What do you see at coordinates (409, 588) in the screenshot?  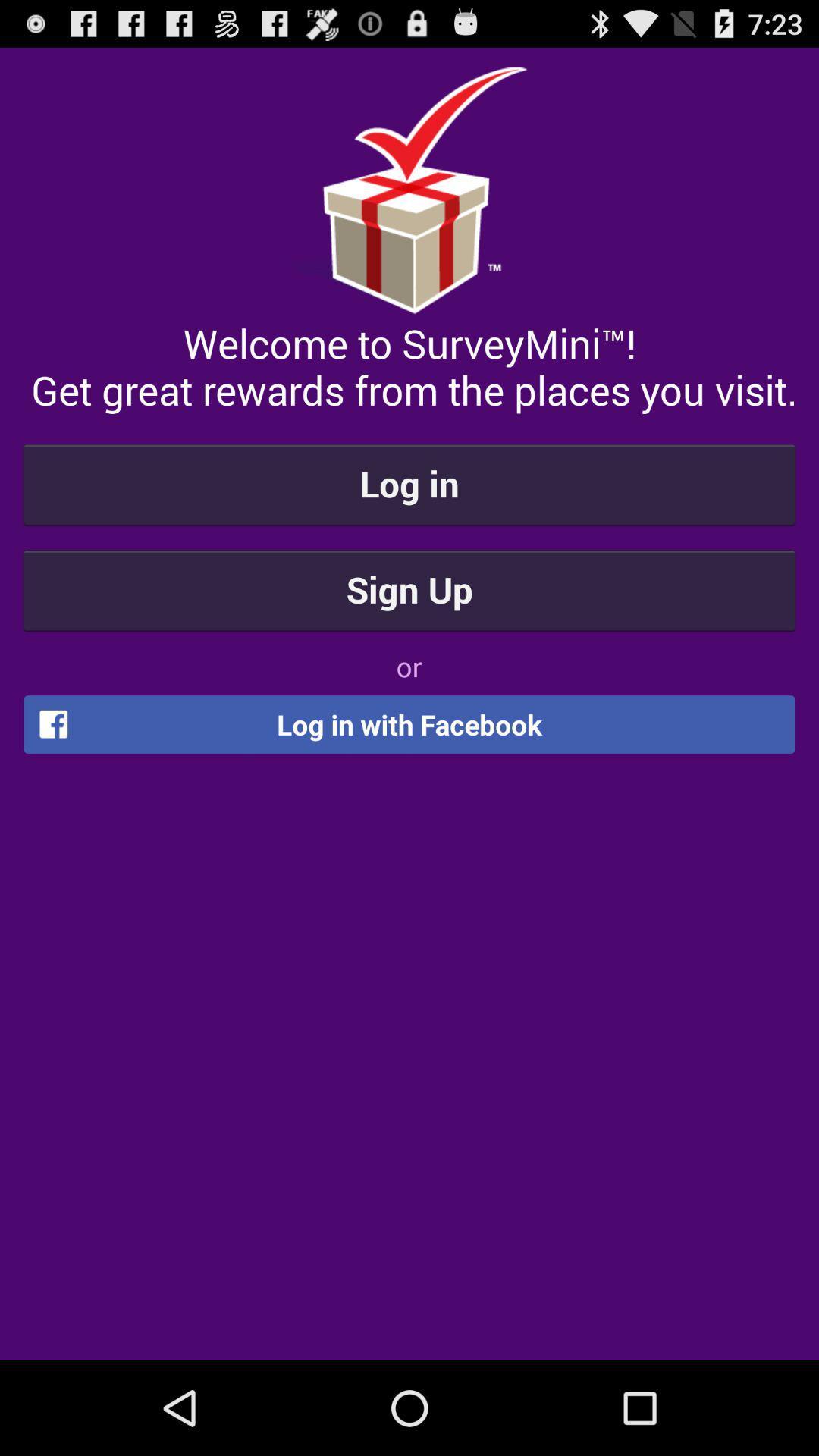 I see `the sign up` at bounding box center [409, 588].